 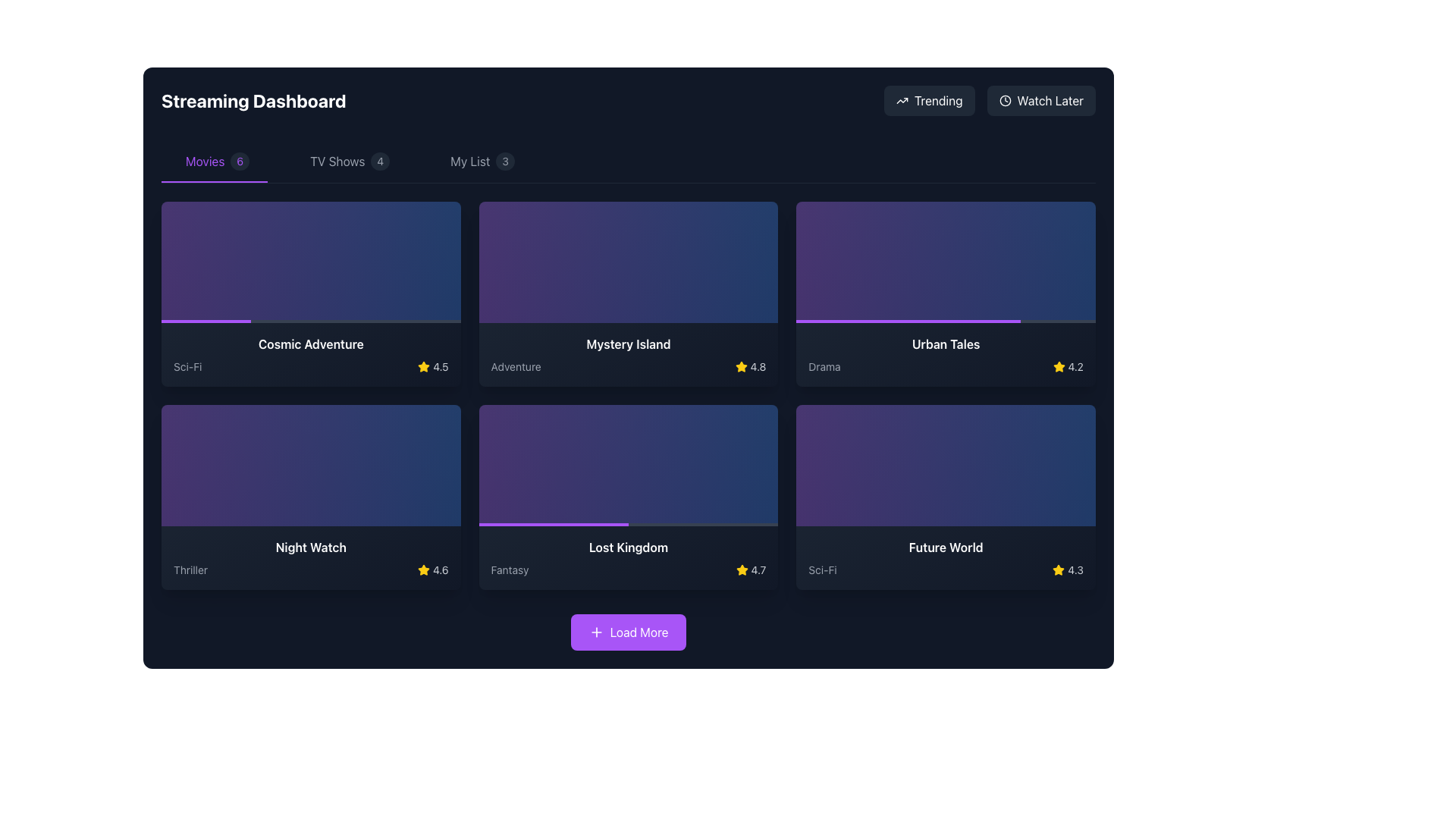 What do you see at coordinates (821, 570) in the screenshot?
I see `the 'Sci-Fi' text label, which is styled in gray and located in the bottom-left corner of the 'Future World' content block` at bounding box center [821, 570].